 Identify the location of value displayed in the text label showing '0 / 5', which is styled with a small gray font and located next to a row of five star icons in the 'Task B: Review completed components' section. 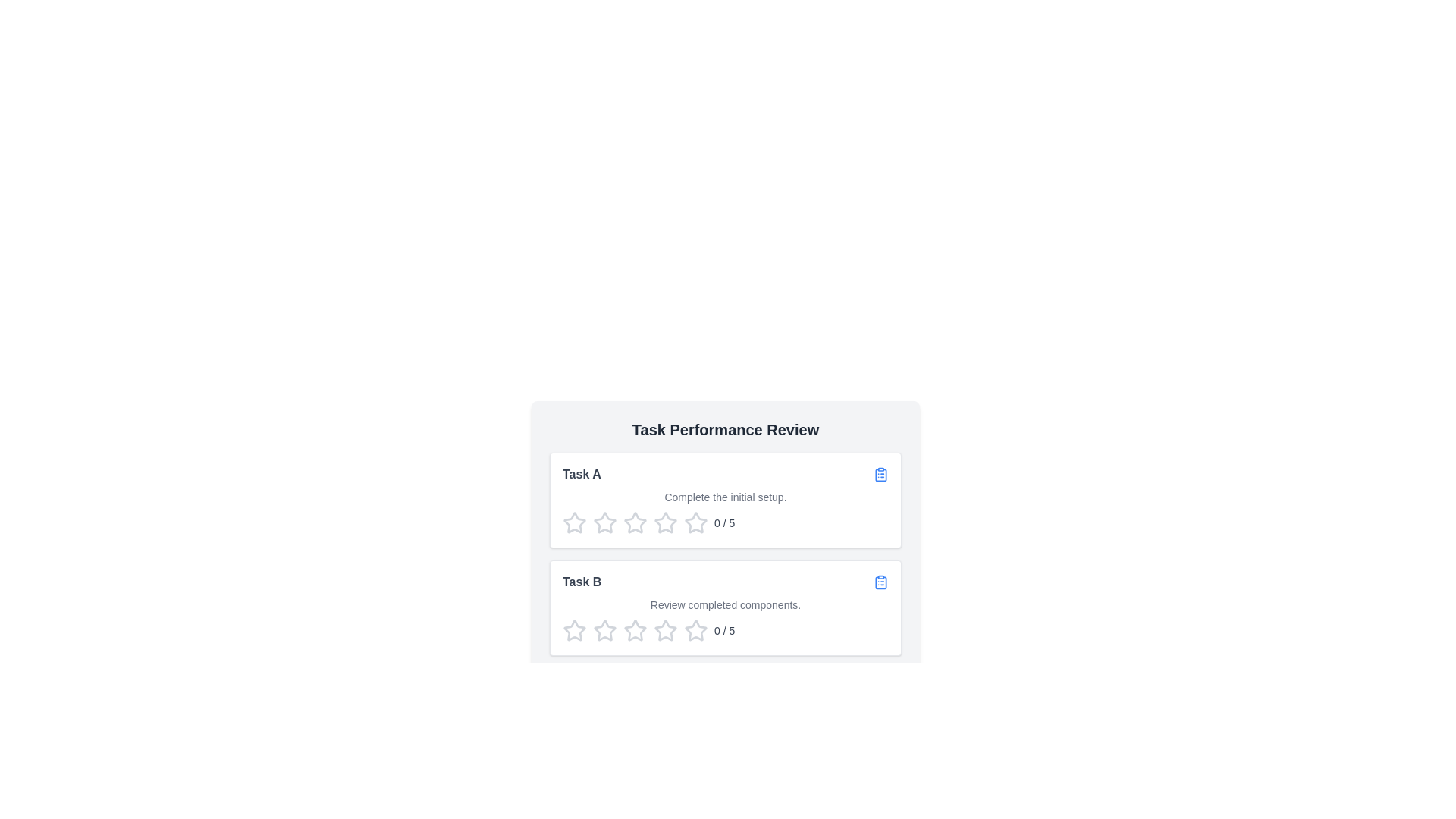
(724, 631).